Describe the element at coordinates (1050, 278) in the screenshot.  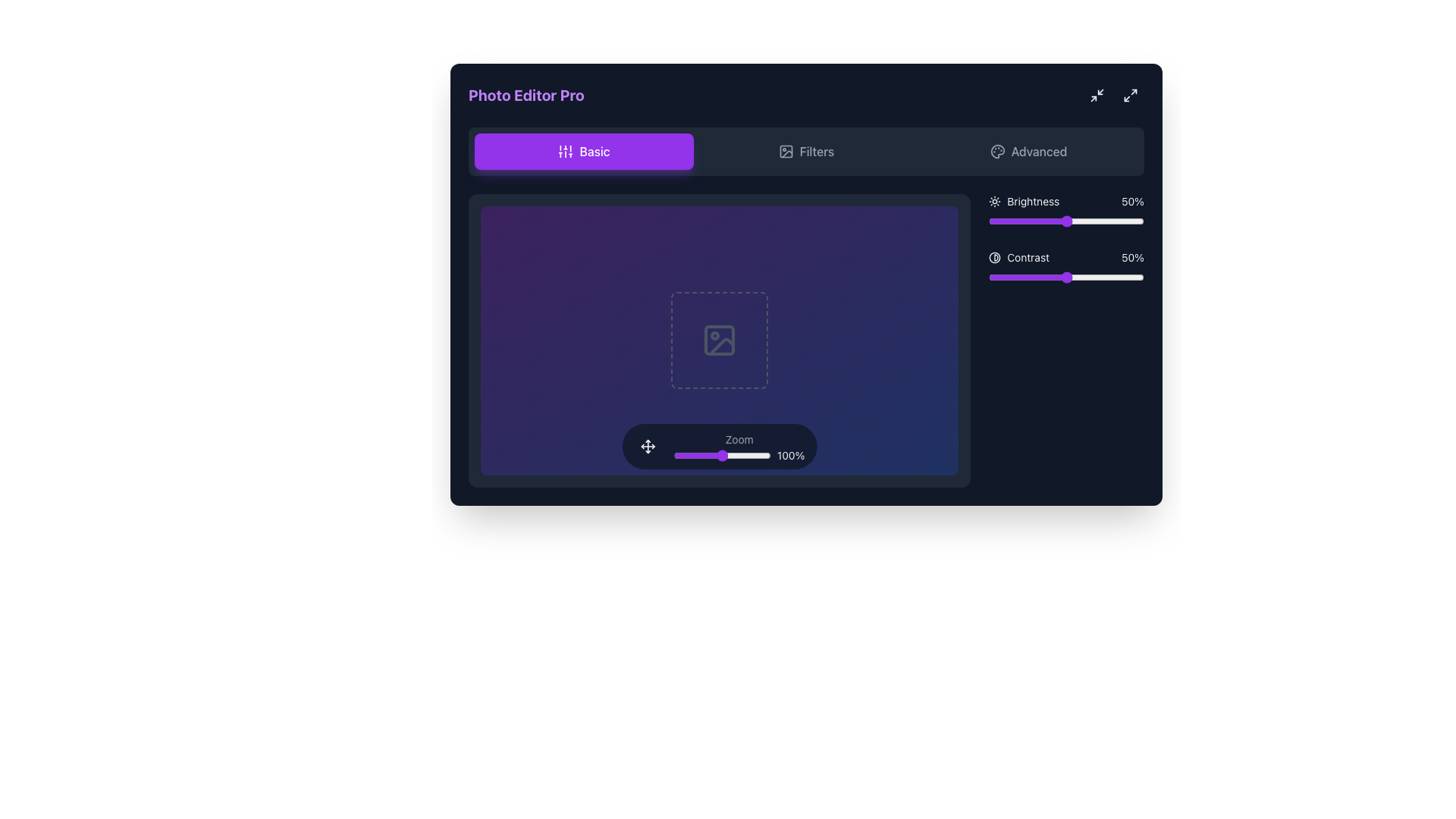
I see `the slider` at that location.